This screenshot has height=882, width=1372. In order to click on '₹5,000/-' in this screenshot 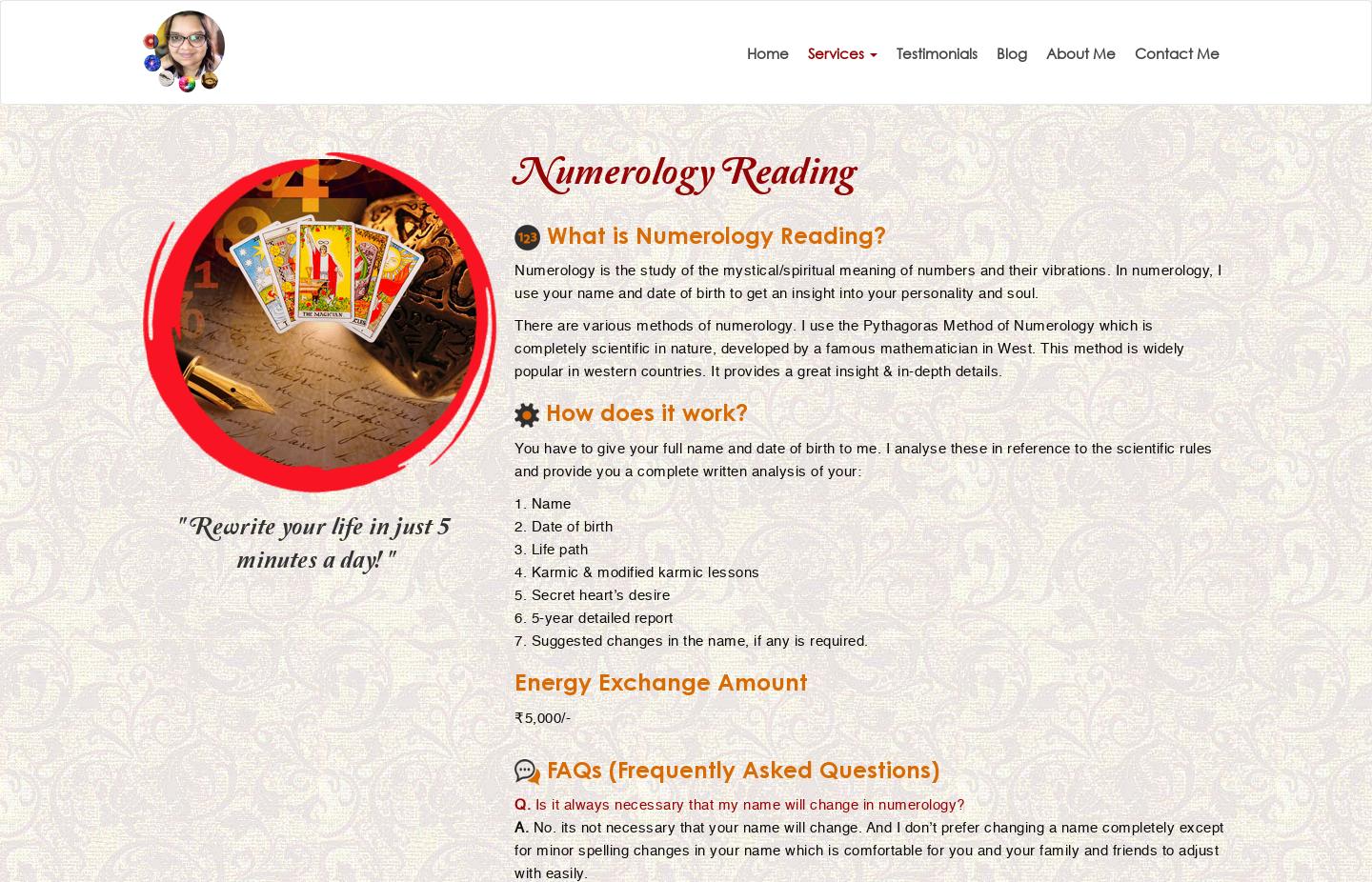, I will do `click(542, 717)`.